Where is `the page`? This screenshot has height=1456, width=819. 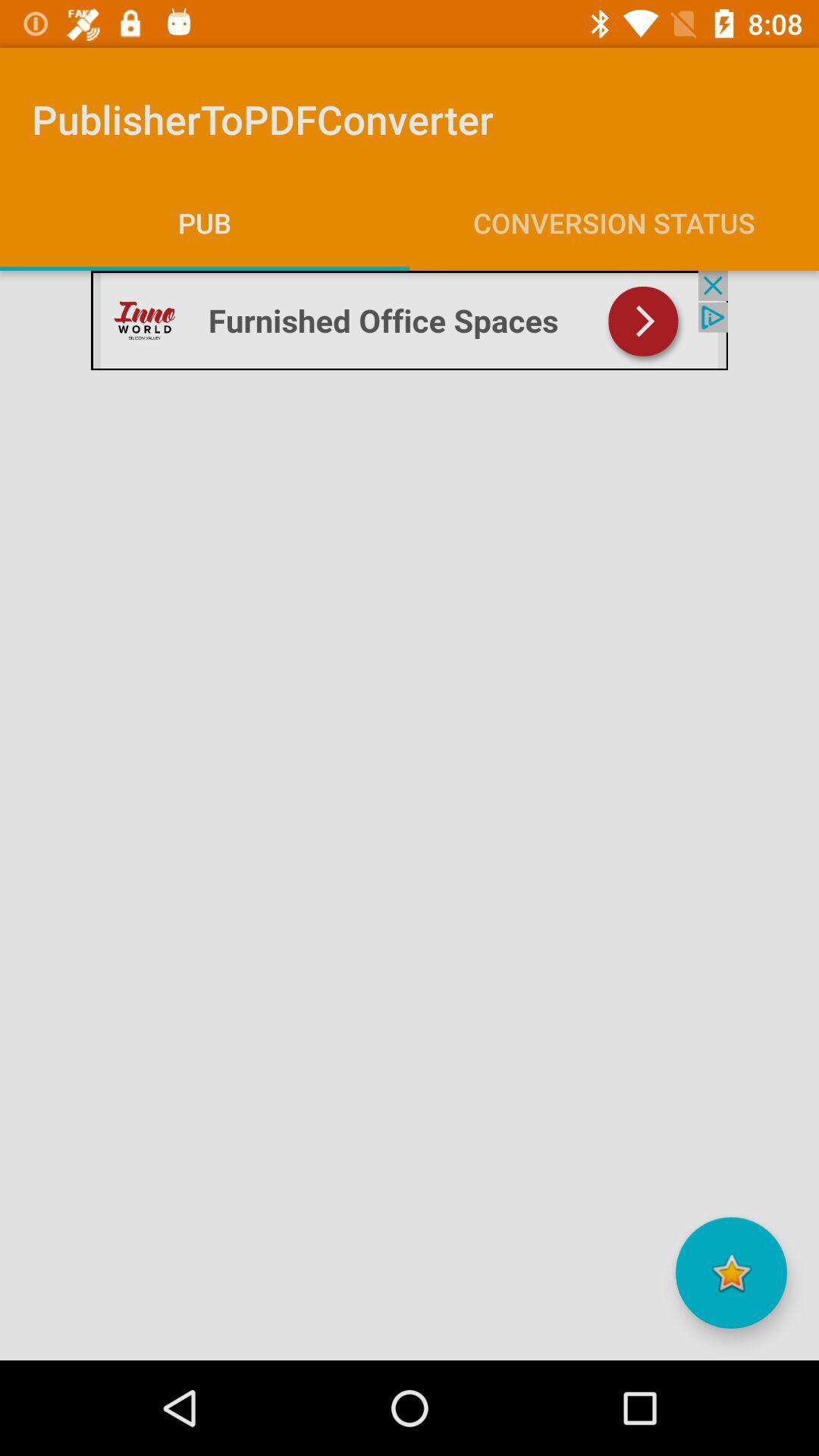 the page is located at coordinates (730, 1272).